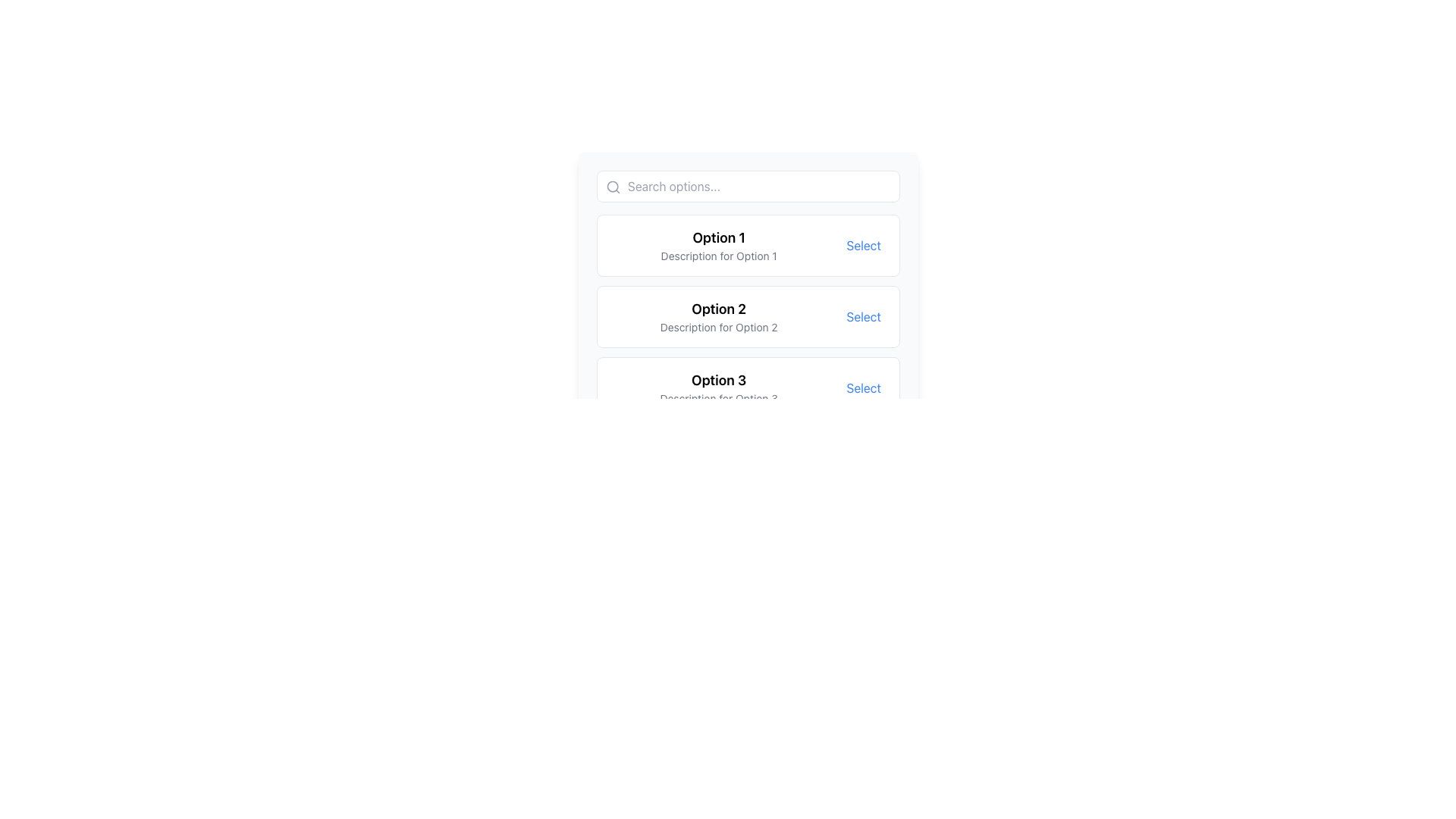  Describe the element at coordinates (718, 379) in the screenshot. I see `the static text element labeled 'Option 3'` at that location.